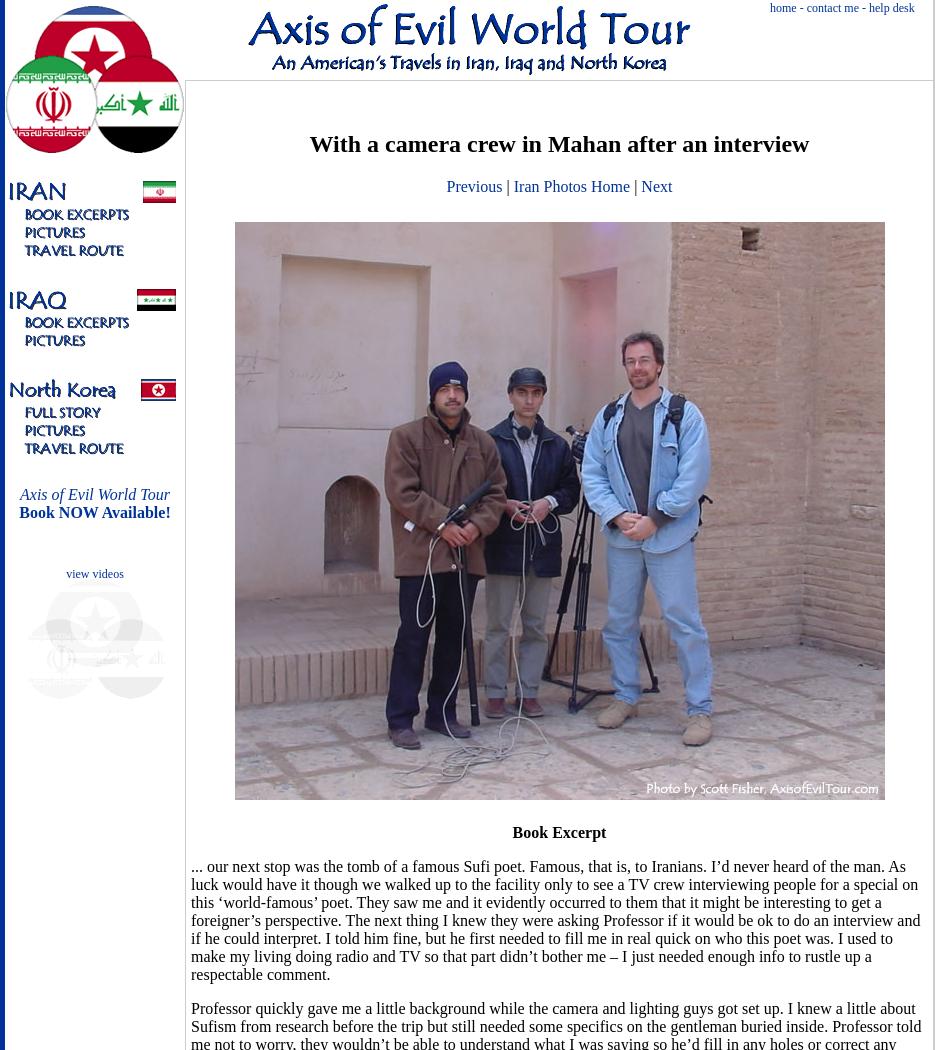  Describe the element at coordinates (190, 919) in the screenshot. I see `'... our next stop was the tomb of a famous Sufi poet. Famous, that is, to Iranians. I’d never heard of the man. As luck would have it though we walked up to the facility only to see a TV crew interviewing people for a special on this ‘world-famous’ poet. They saw me and it evidently occurred to them that it might be interesting to get a foreigner’s perspective. The next thing I knew they were asking Professor if it would be ok to do an interview and if he could interpret. I told him fine, but he first needed to fill me in real quick on who this poet was. I used to make my living doing radio and TV so that part didn’t bother me – I just needed enough info to rustle up a respectable comment.'` at that location.